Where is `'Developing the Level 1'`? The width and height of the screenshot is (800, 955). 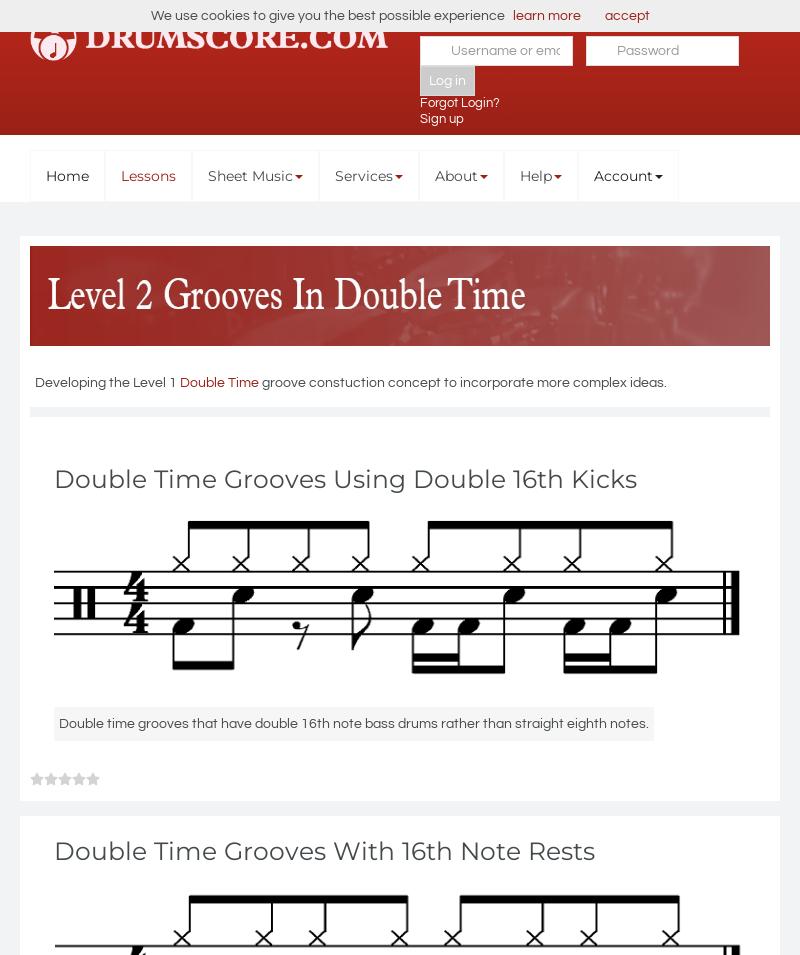 'Developing the Level 1' is located at coordinates (33, 381).